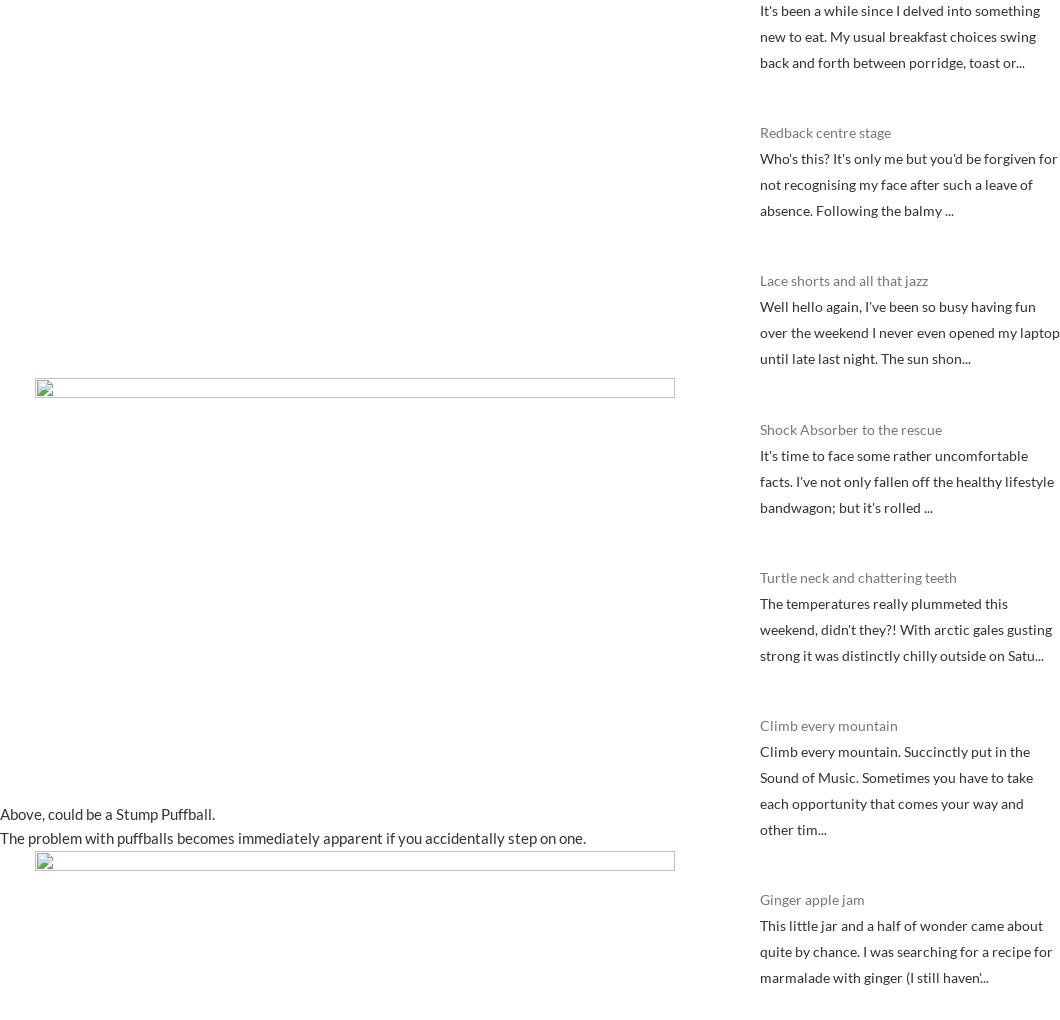 This screenshot has width=1060, height=1020. What do you see at coordinates (858, 576) in the screenshot?
I see `'Turtle neck and chattering teeth'` at bounding box center [858, 576].